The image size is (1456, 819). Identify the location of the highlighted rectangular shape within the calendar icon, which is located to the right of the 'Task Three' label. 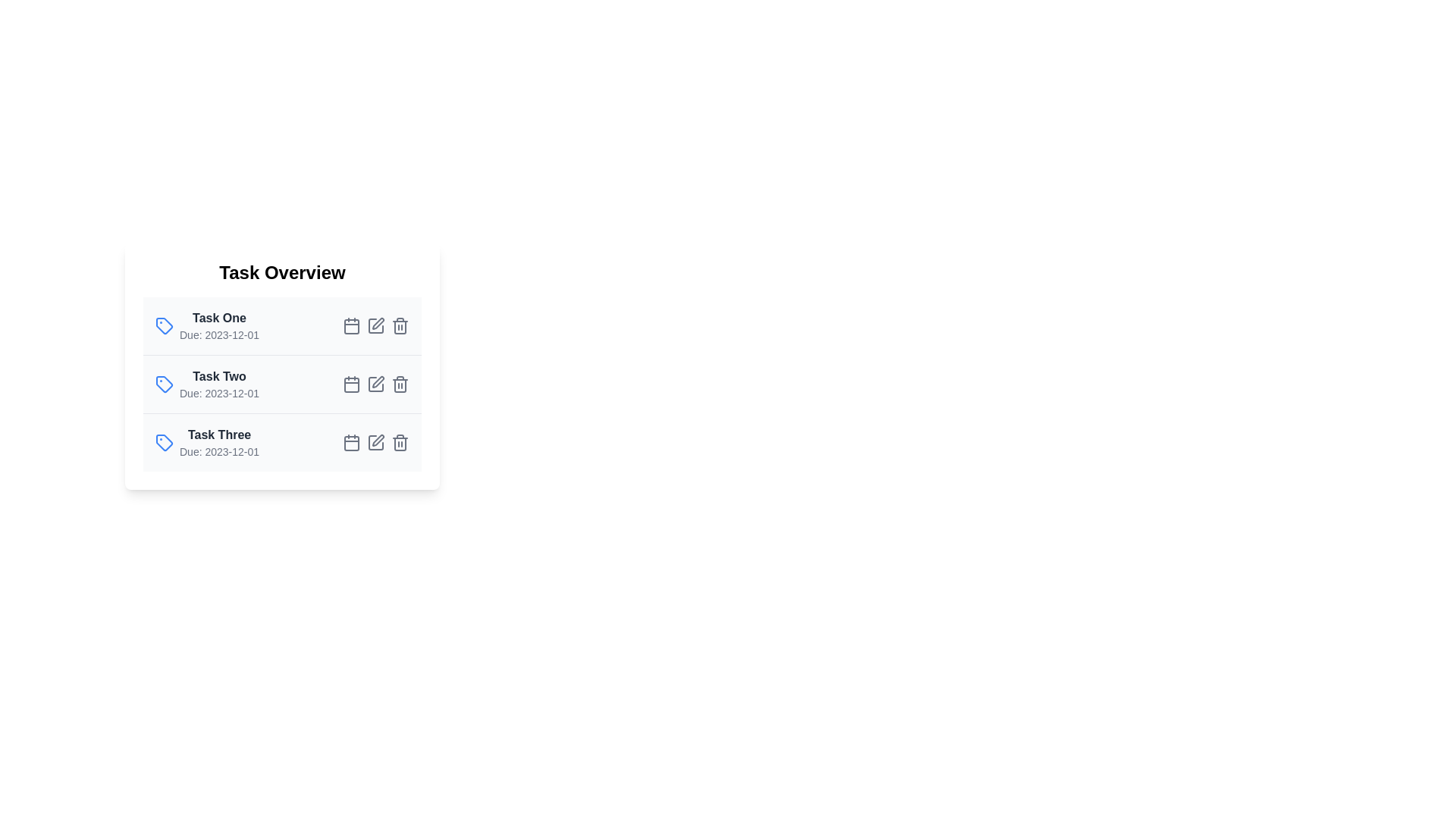
(351, 444).